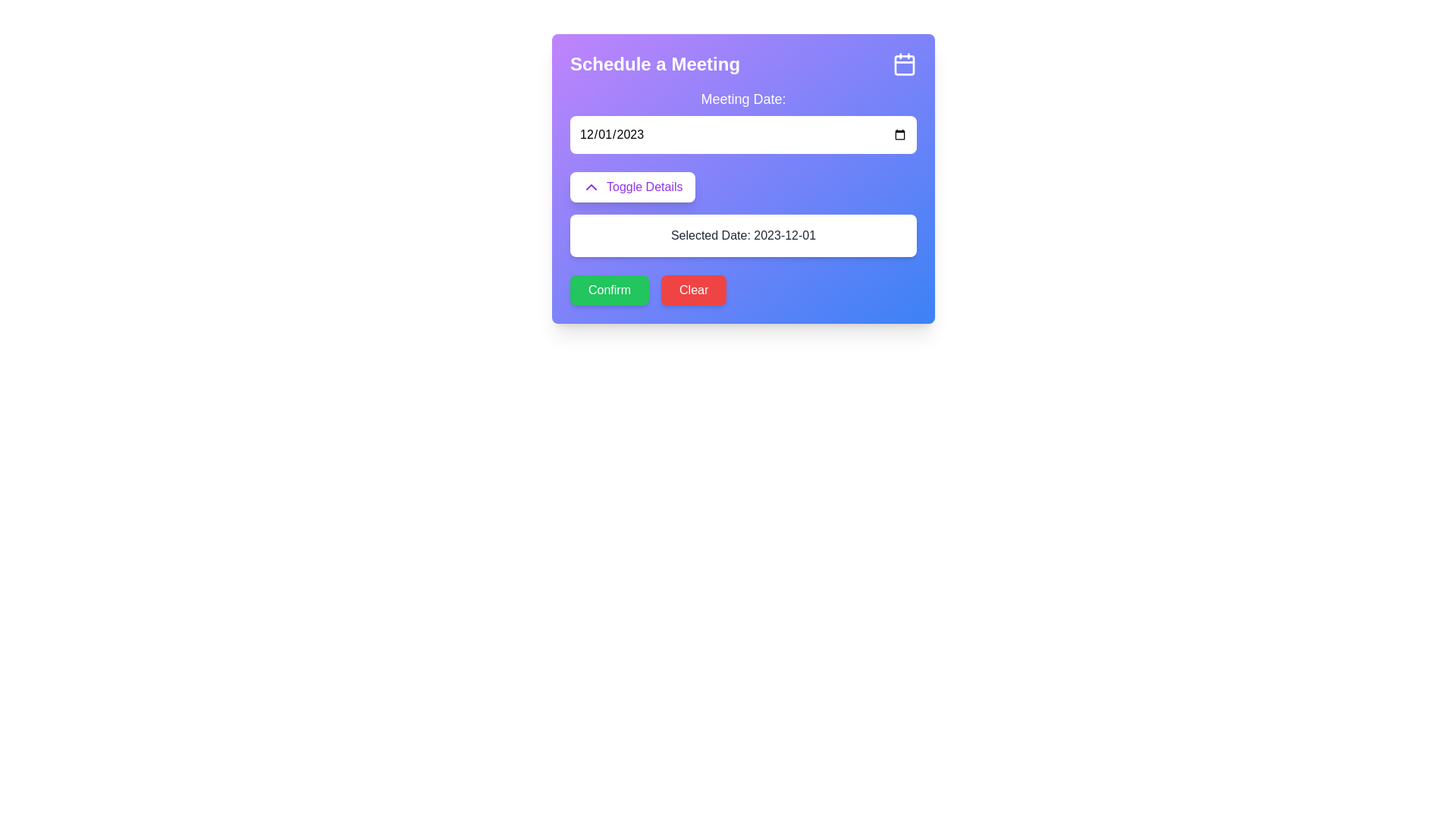 Image resolution: width=1456 pixels, height=819 pixels. What do you see at coordinates (655, 63) in the screenshot?
I see `the text label indicating the purpose related to scheduling meetings` at bounding box center [655, 63].